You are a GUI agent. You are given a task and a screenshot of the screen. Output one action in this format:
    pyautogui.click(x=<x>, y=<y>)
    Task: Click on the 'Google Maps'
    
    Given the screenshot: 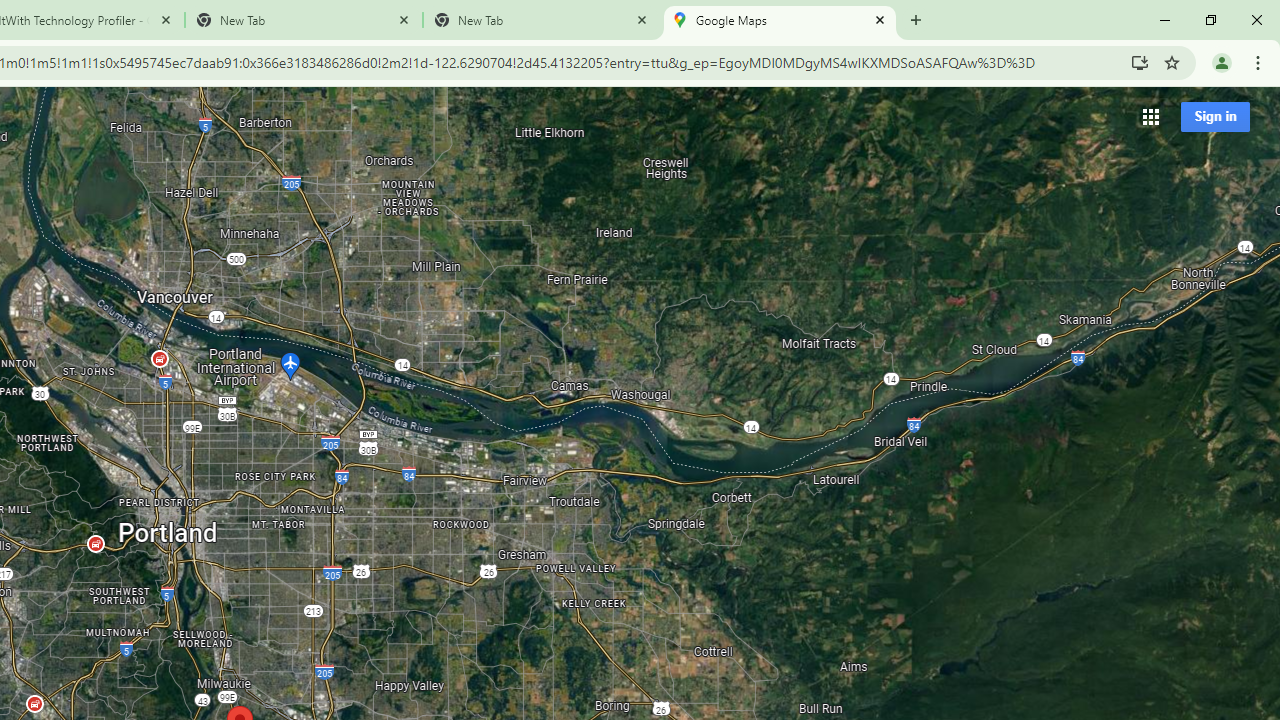 What is the action you would take?
    pyautogui.click(x=778, y=20)
    